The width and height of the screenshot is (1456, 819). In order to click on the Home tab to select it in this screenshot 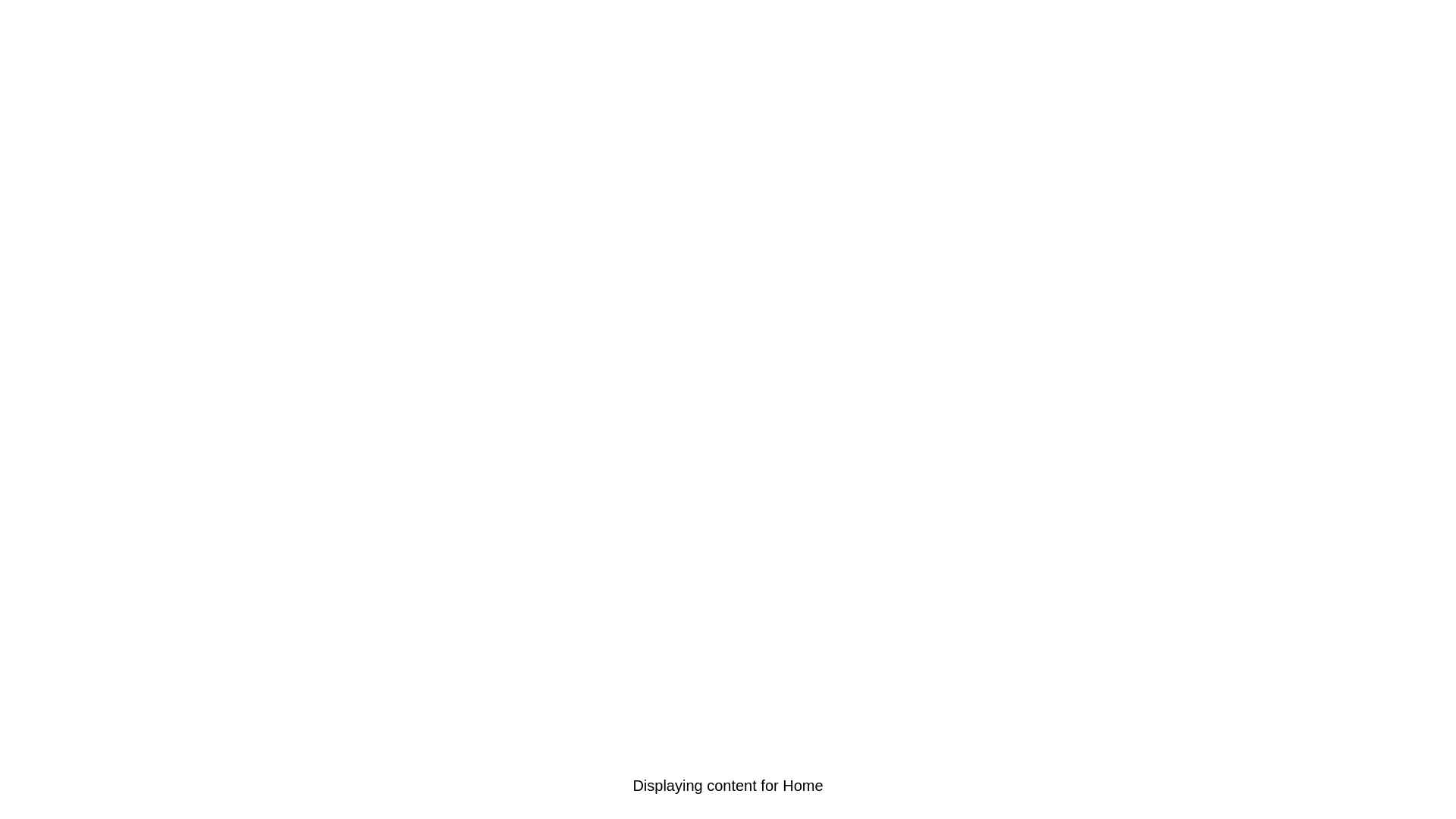, I will do `click(143, 785)`.